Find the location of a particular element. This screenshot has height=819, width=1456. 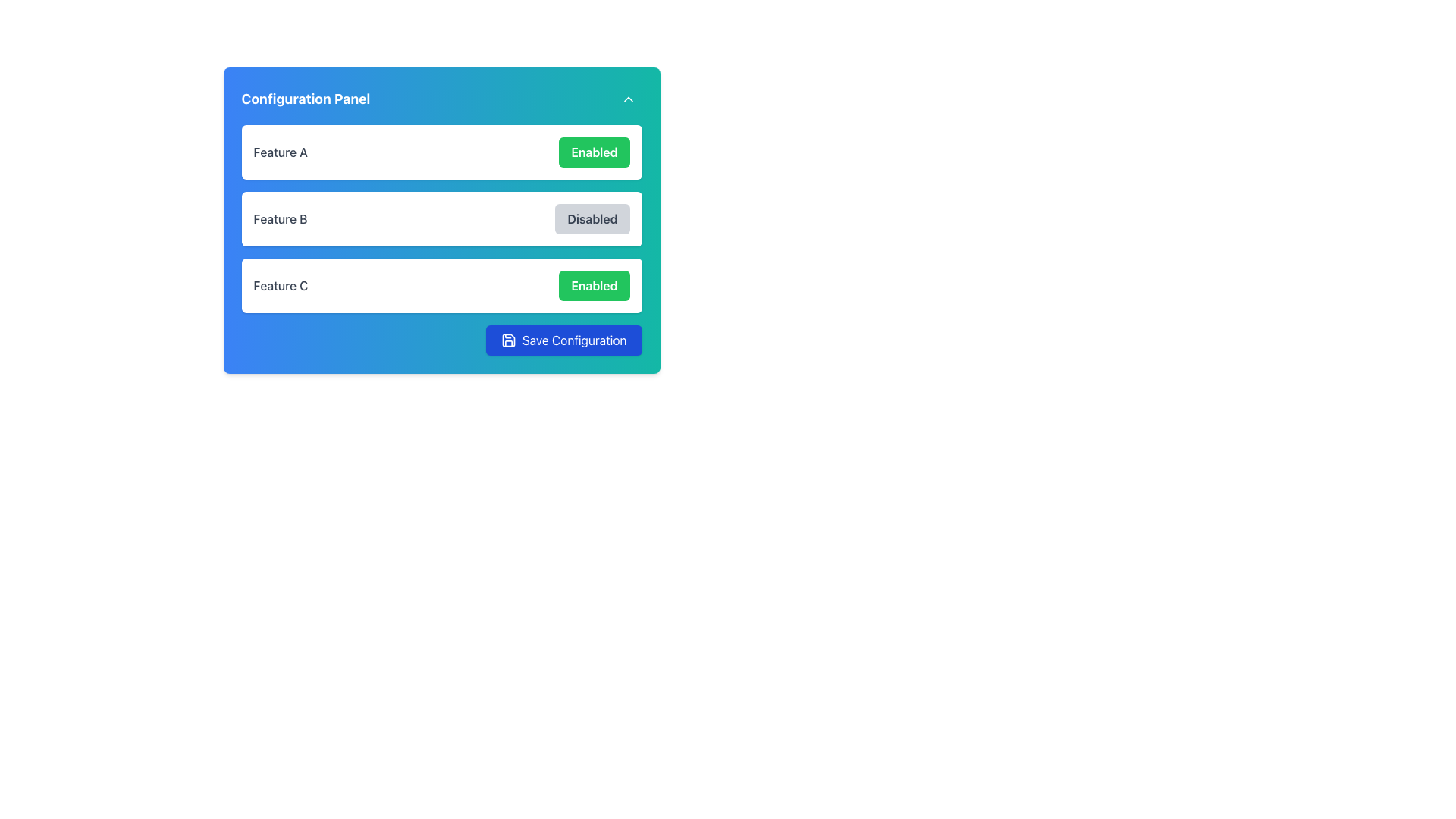

the 'Save Configuration' button that contains the SVG Icon aligned to the left of the text is located at coordinates (508, 339).